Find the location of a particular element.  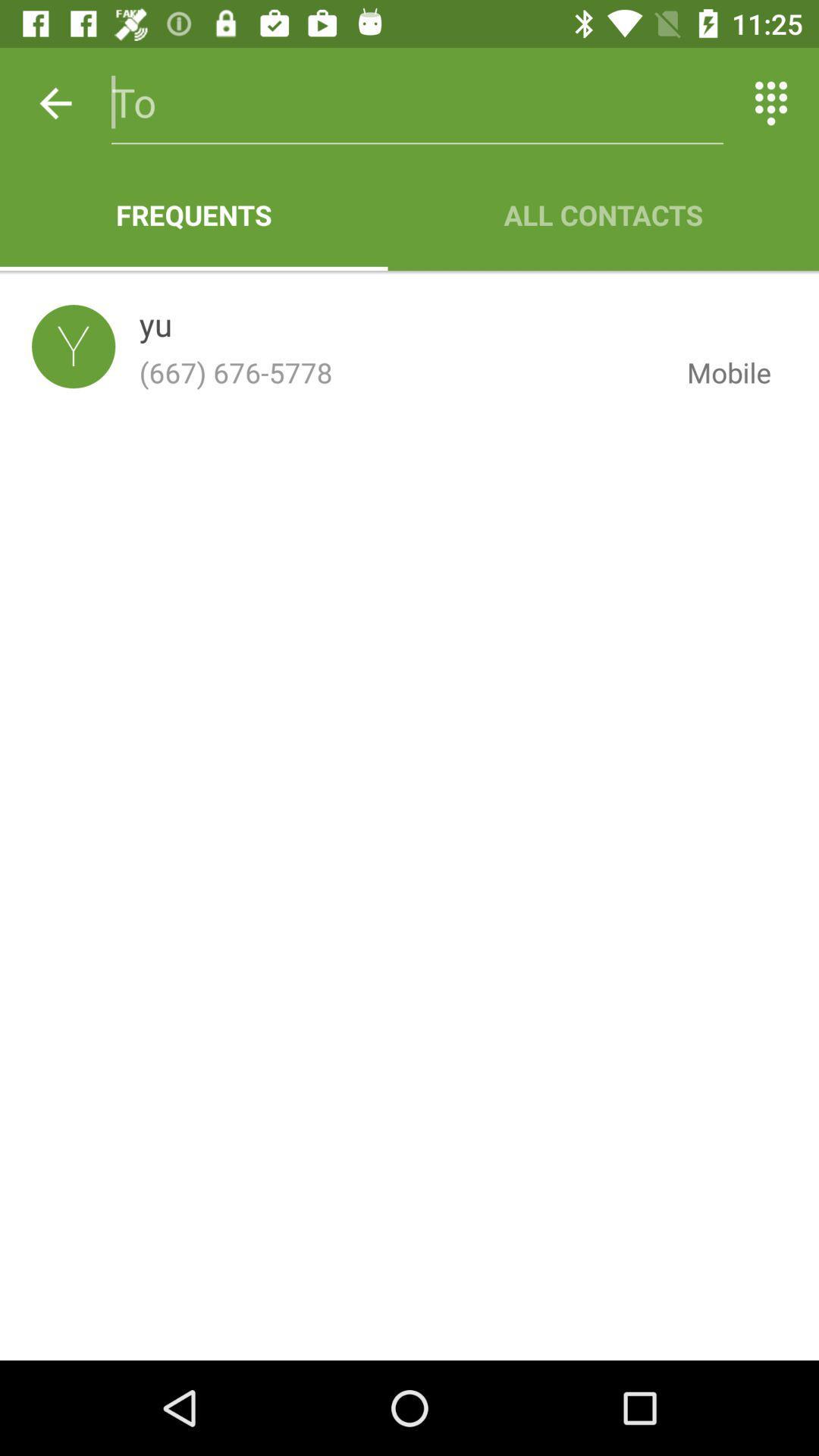

the app above frequents item is located at coordinates (417, 102).